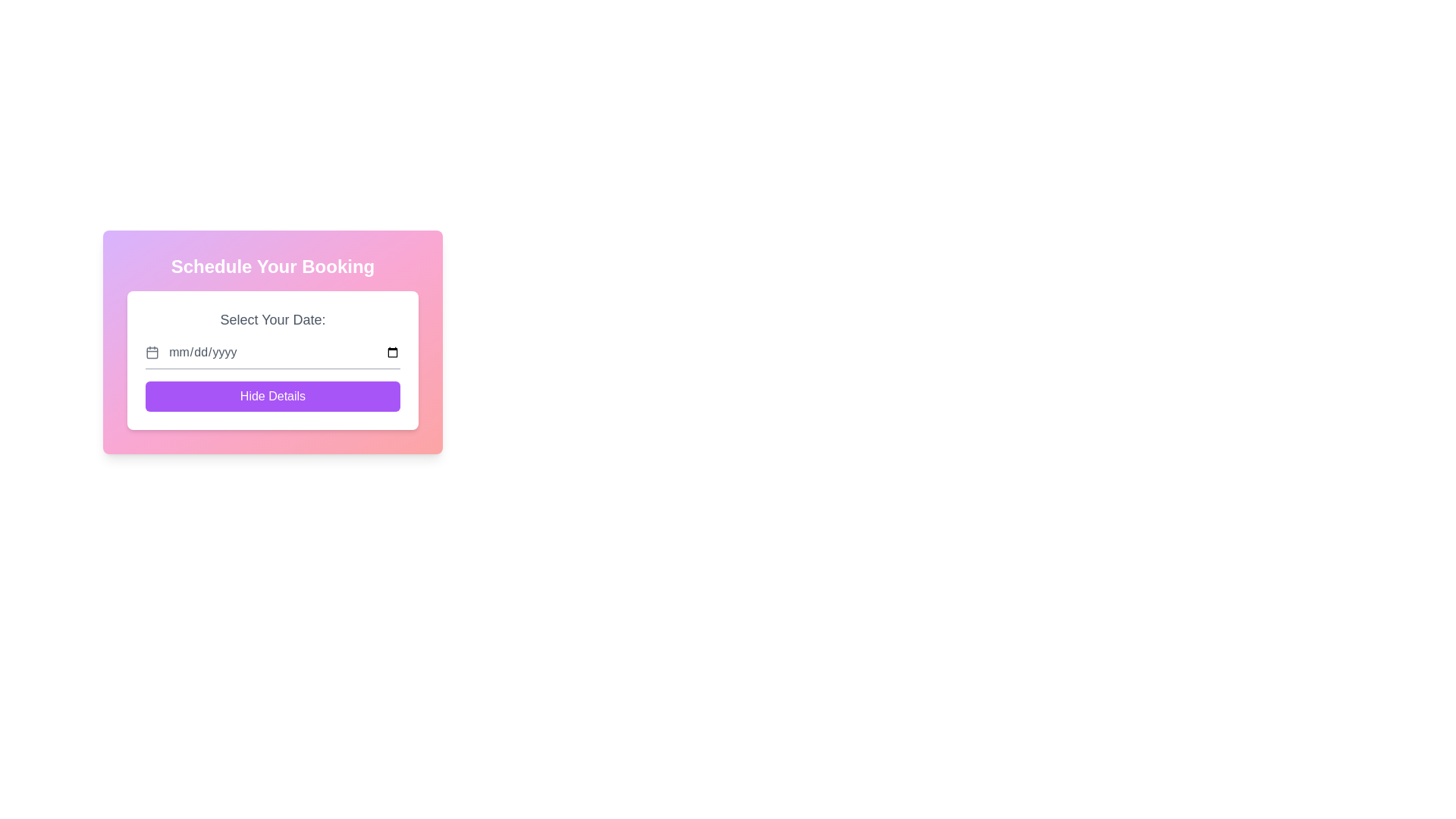 The image size is (1456, 819). I want to click on the 'Hide Details' button, which is a rounded rectangular button with a purple background and white text, located at the center bottom of the booking information box, so click(273, 396).